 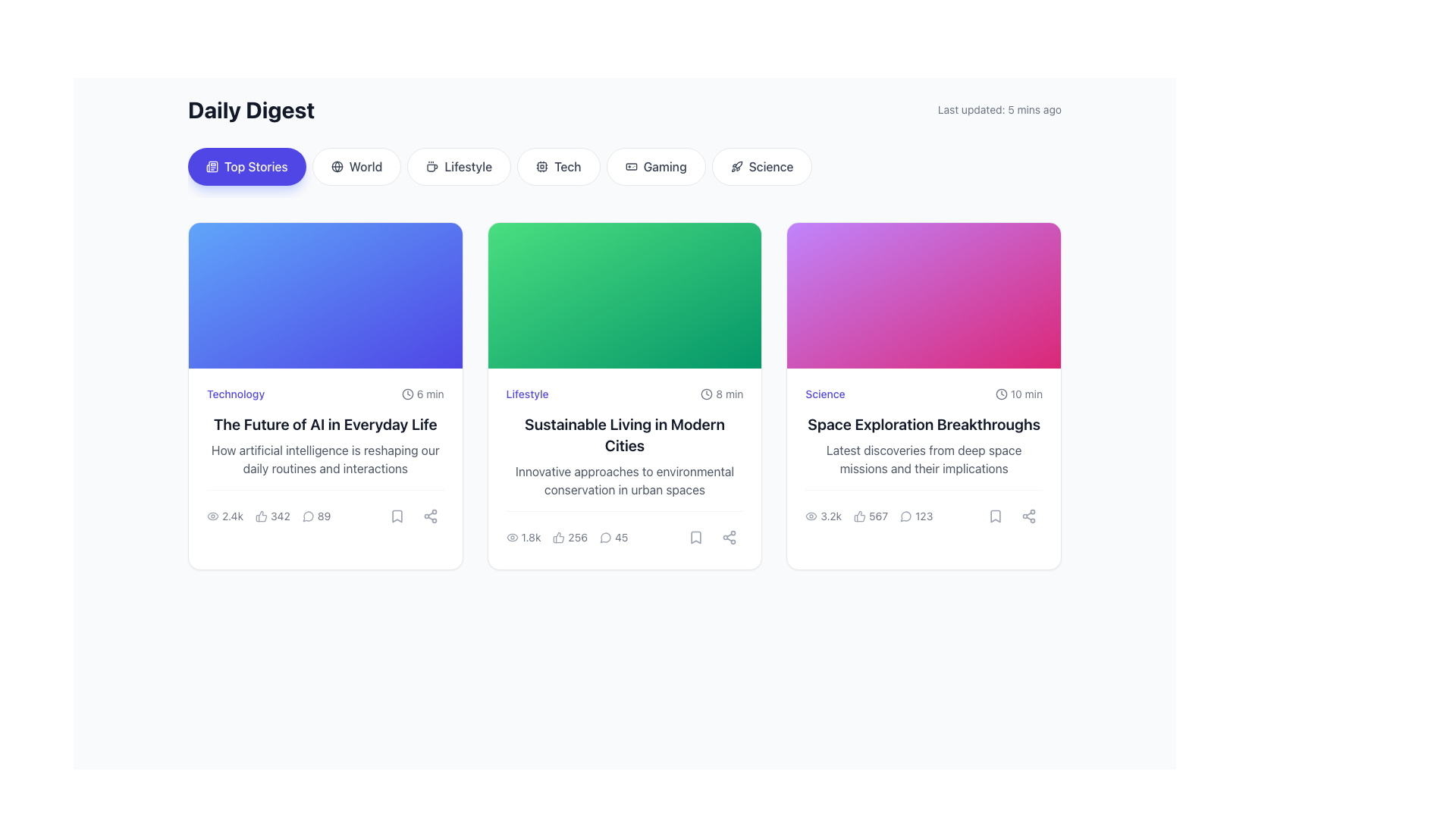 I want to click on the 'World' button, which is a rectangular button with a globe icon and black text on a white background, located between the 'Top Stories' and 'Lifestyle' buttons, so click(x=356, y=166).